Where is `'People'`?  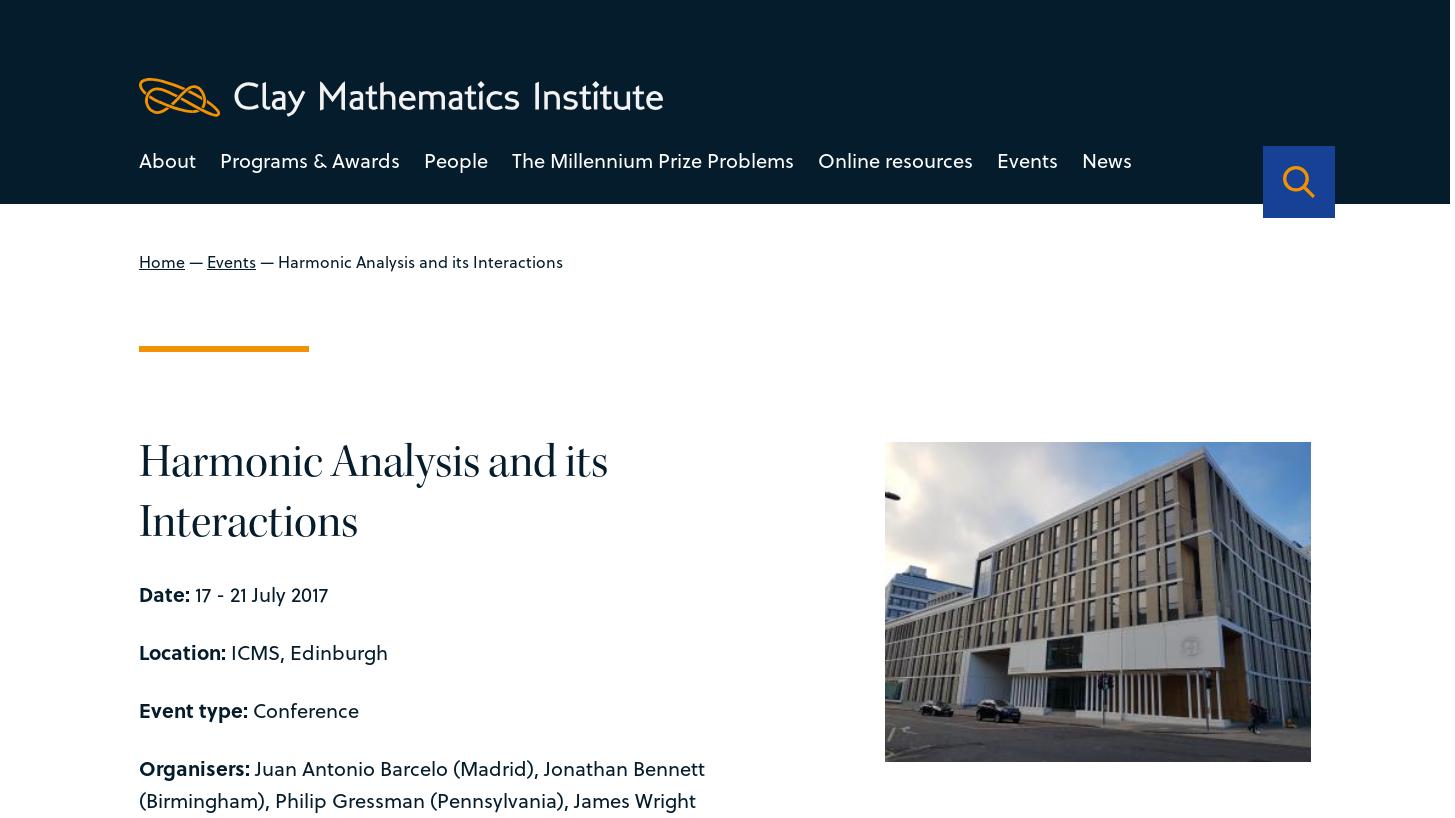 'People' is located at coordinates (455, 158).